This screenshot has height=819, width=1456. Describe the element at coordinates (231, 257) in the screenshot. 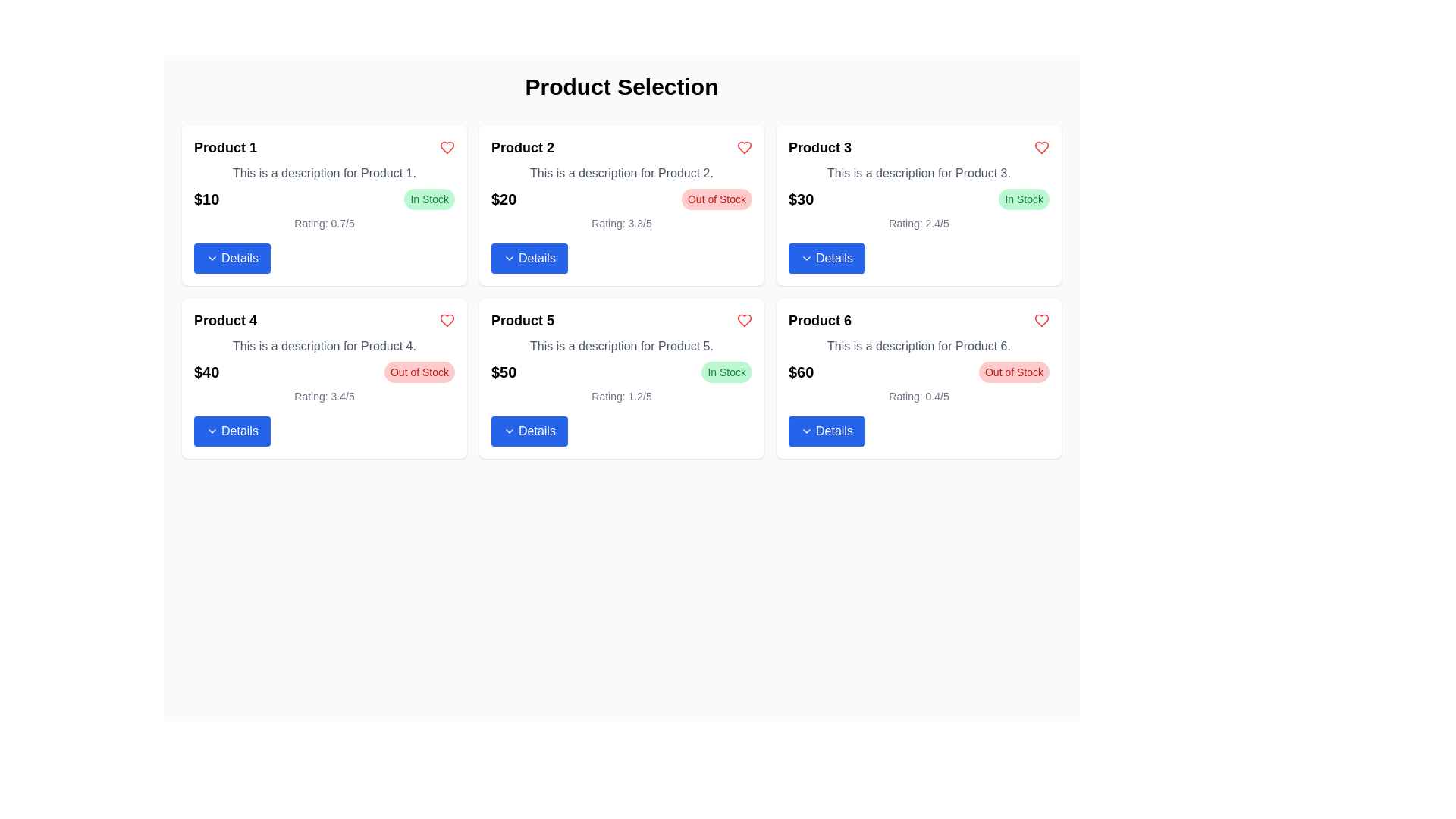

I see `the rectangular blue button labeled 'Details' with a downward arrow icon on the left side` at that location.